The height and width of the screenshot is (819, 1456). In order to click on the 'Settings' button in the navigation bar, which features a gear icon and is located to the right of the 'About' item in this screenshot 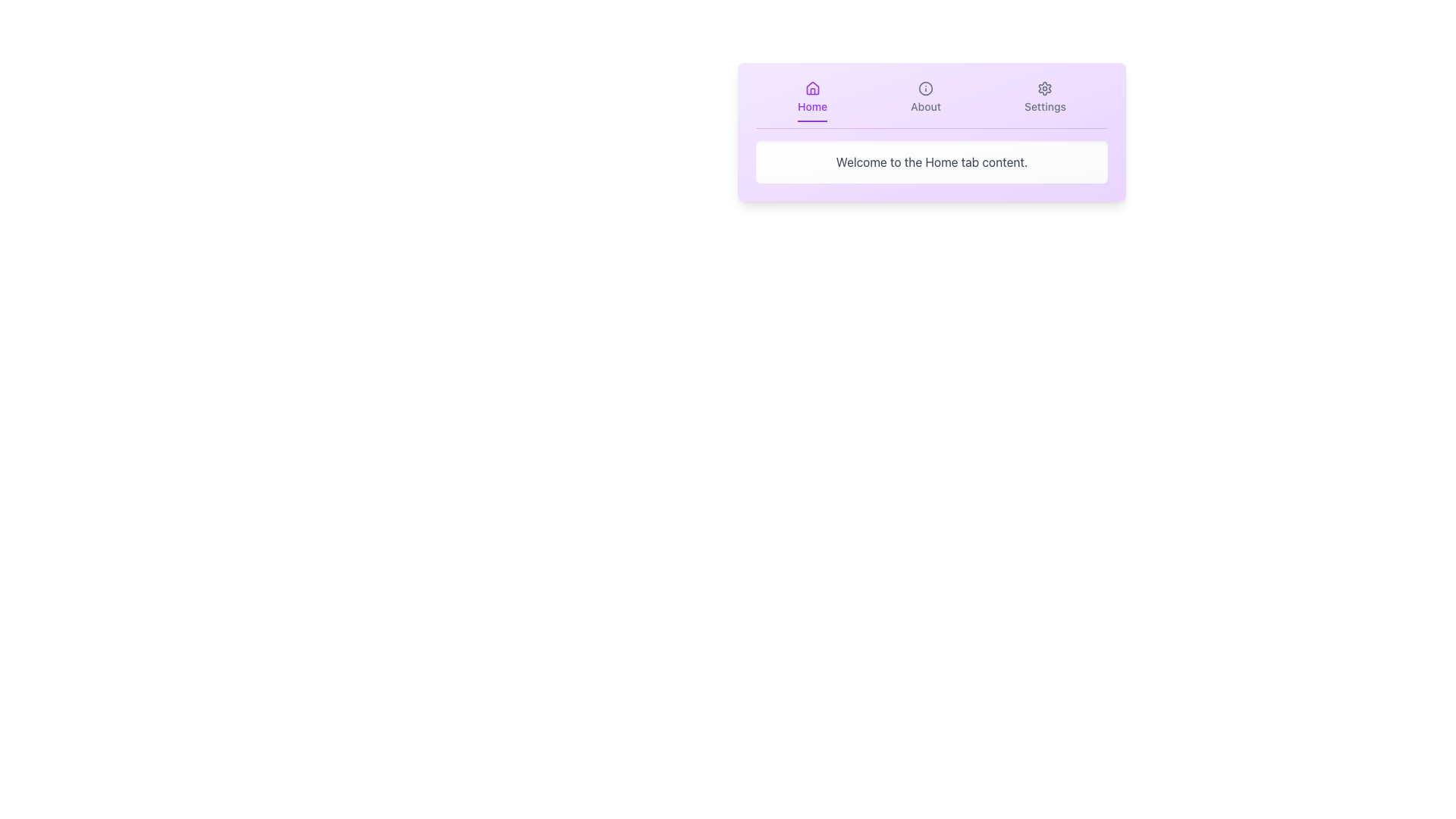, I will do `click(1044, 102)`.